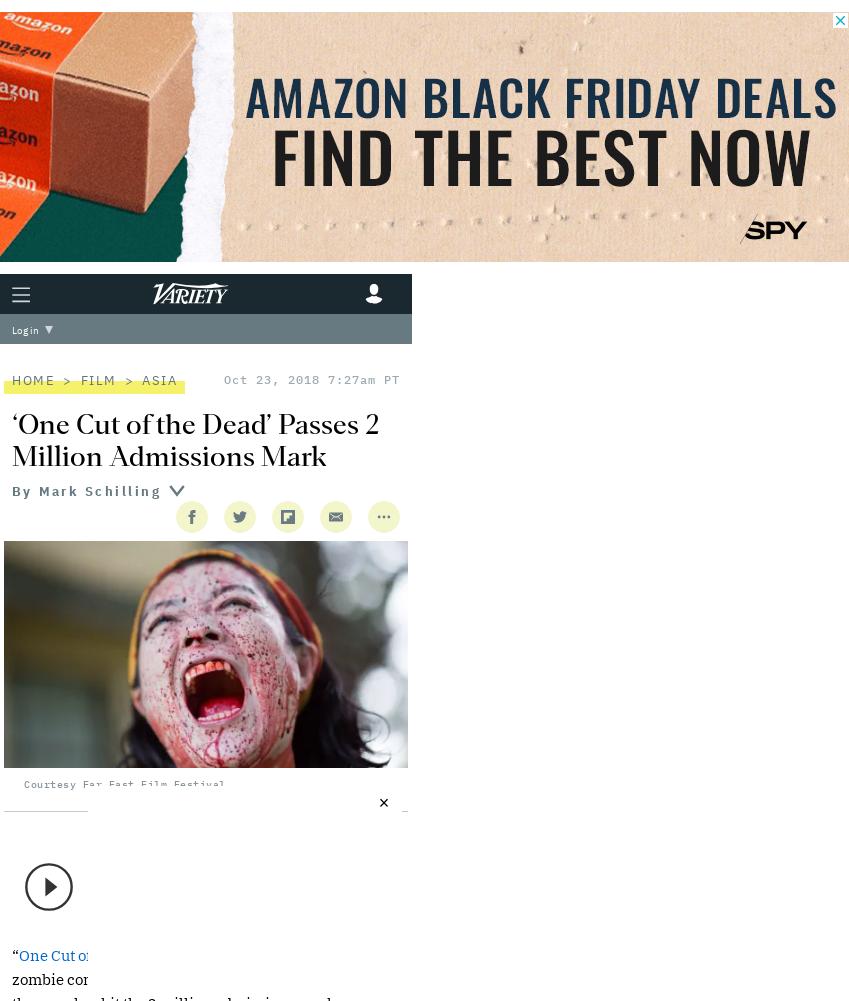  Describe the element at coordinates (194, 441) in the screenshot. I see `'‘One Cut of the Dead’ Passes 2 Million Admissions Mark'` at that location.